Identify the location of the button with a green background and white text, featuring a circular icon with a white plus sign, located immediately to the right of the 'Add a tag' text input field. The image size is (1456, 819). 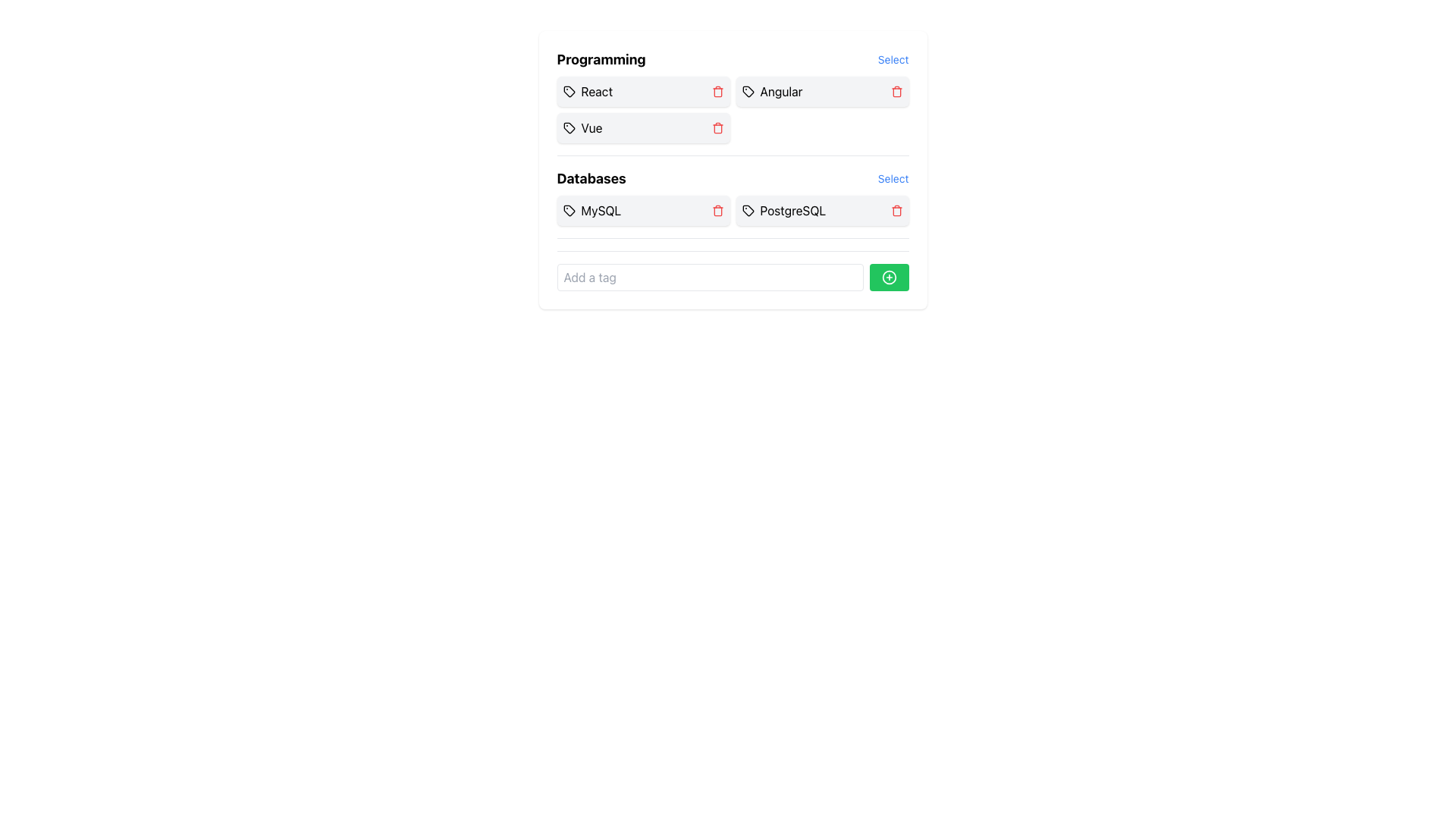
(889, 278).